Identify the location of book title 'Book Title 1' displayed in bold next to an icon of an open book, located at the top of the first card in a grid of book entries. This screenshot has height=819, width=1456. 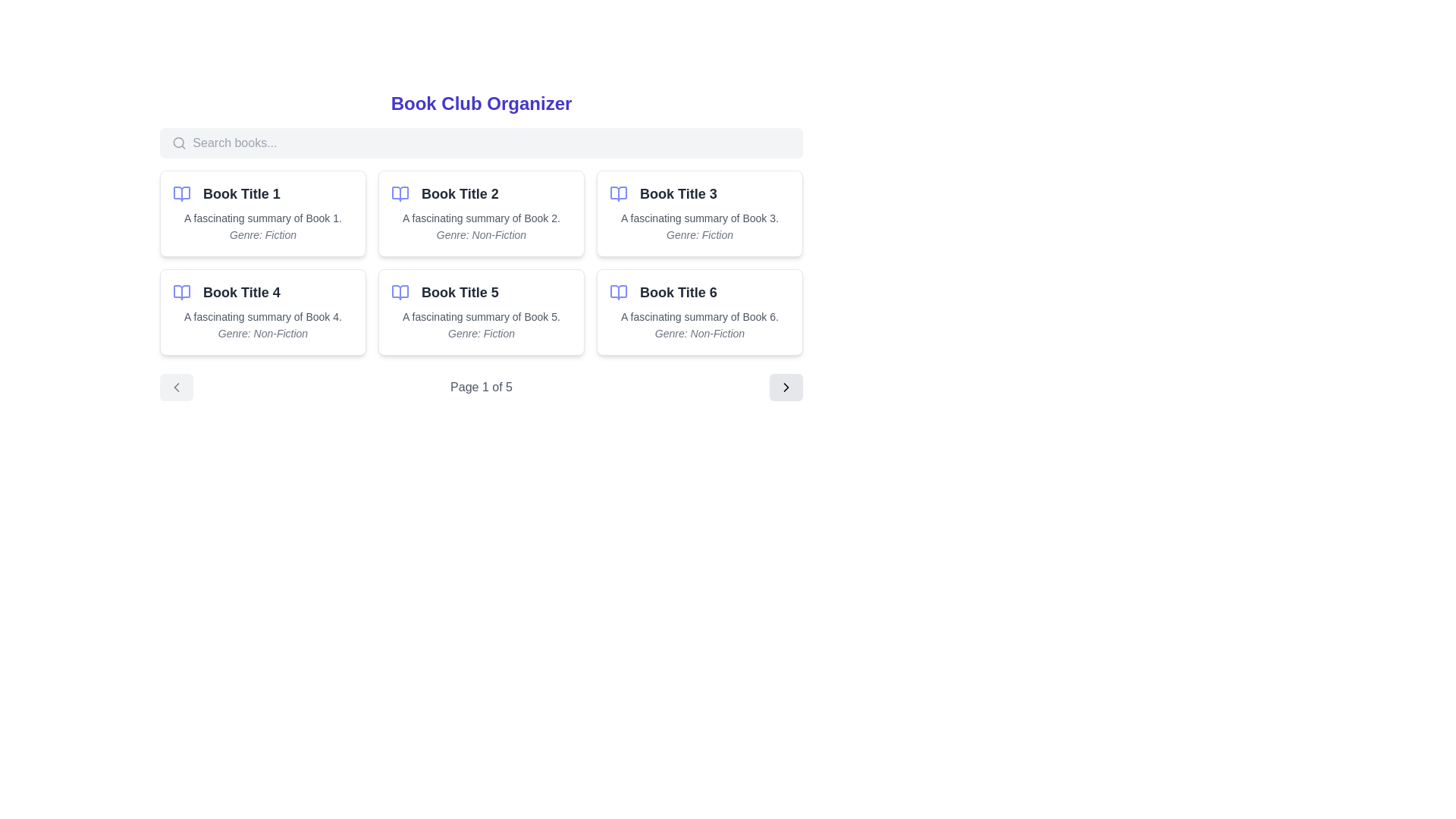
(262, 193).